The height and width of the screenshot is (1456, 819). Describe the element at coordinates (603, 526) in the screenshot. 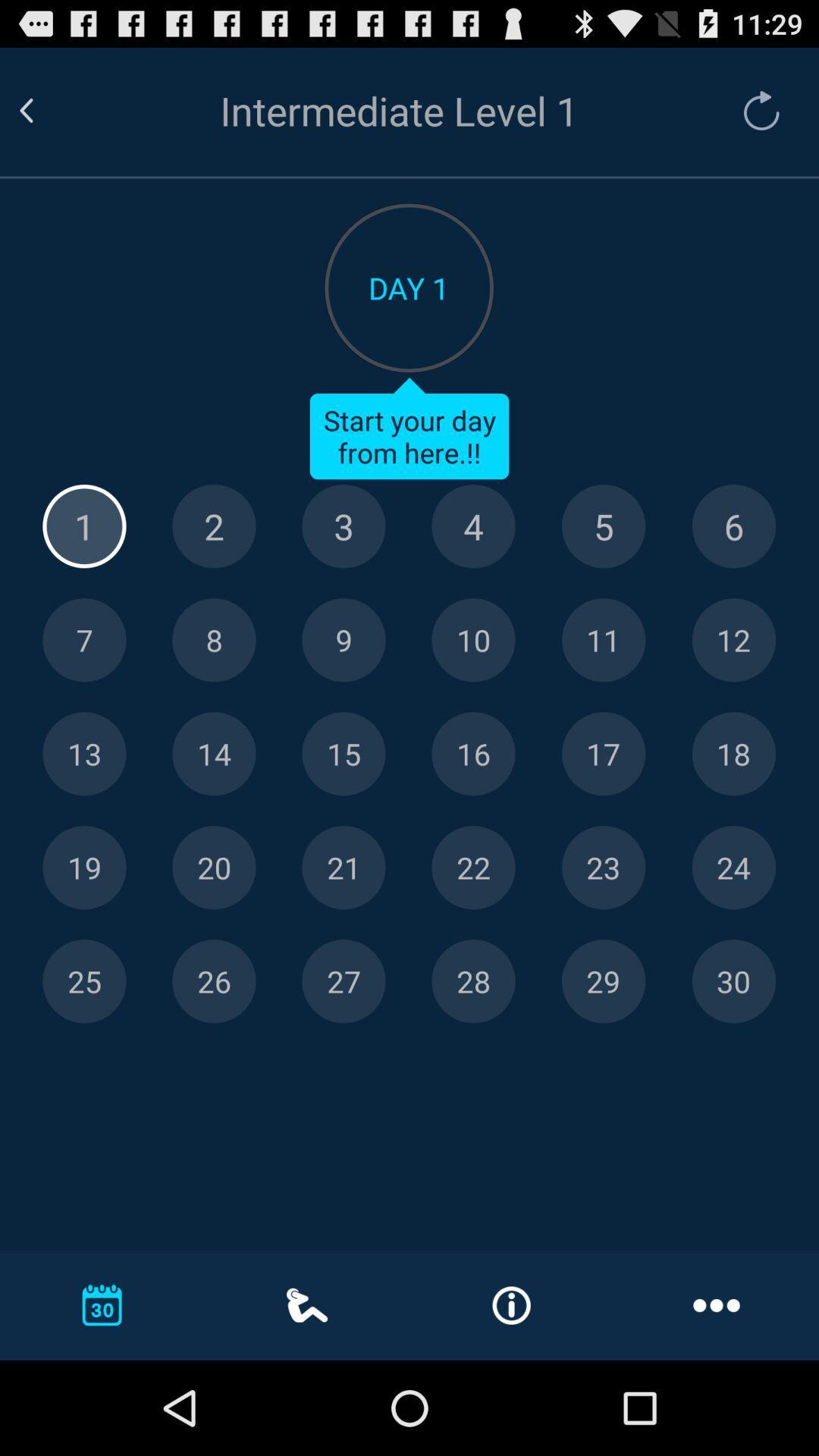

I see `click day of the week` at that location.